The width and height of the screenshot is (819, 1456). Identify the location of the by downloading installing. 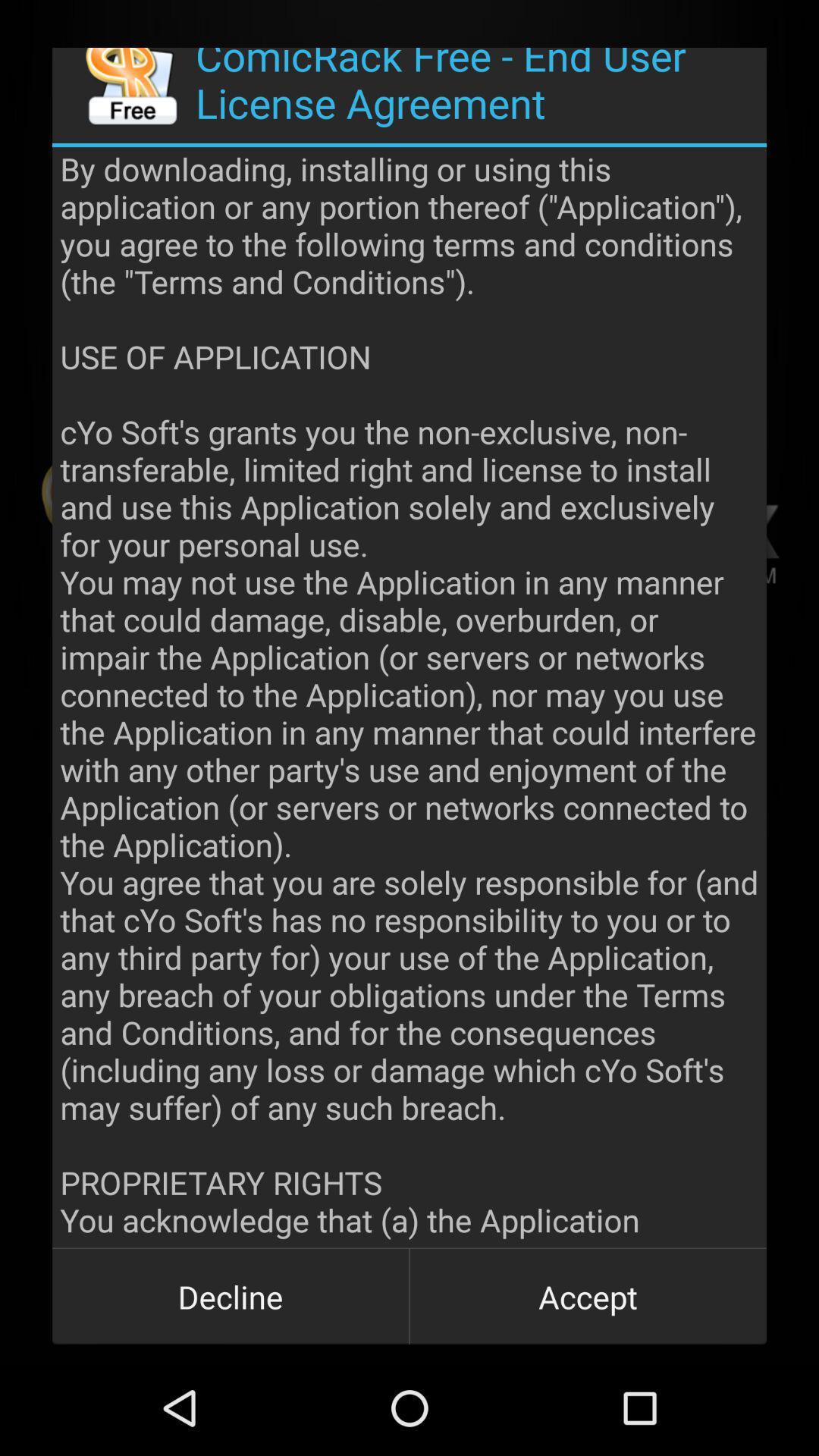
(409, 696).